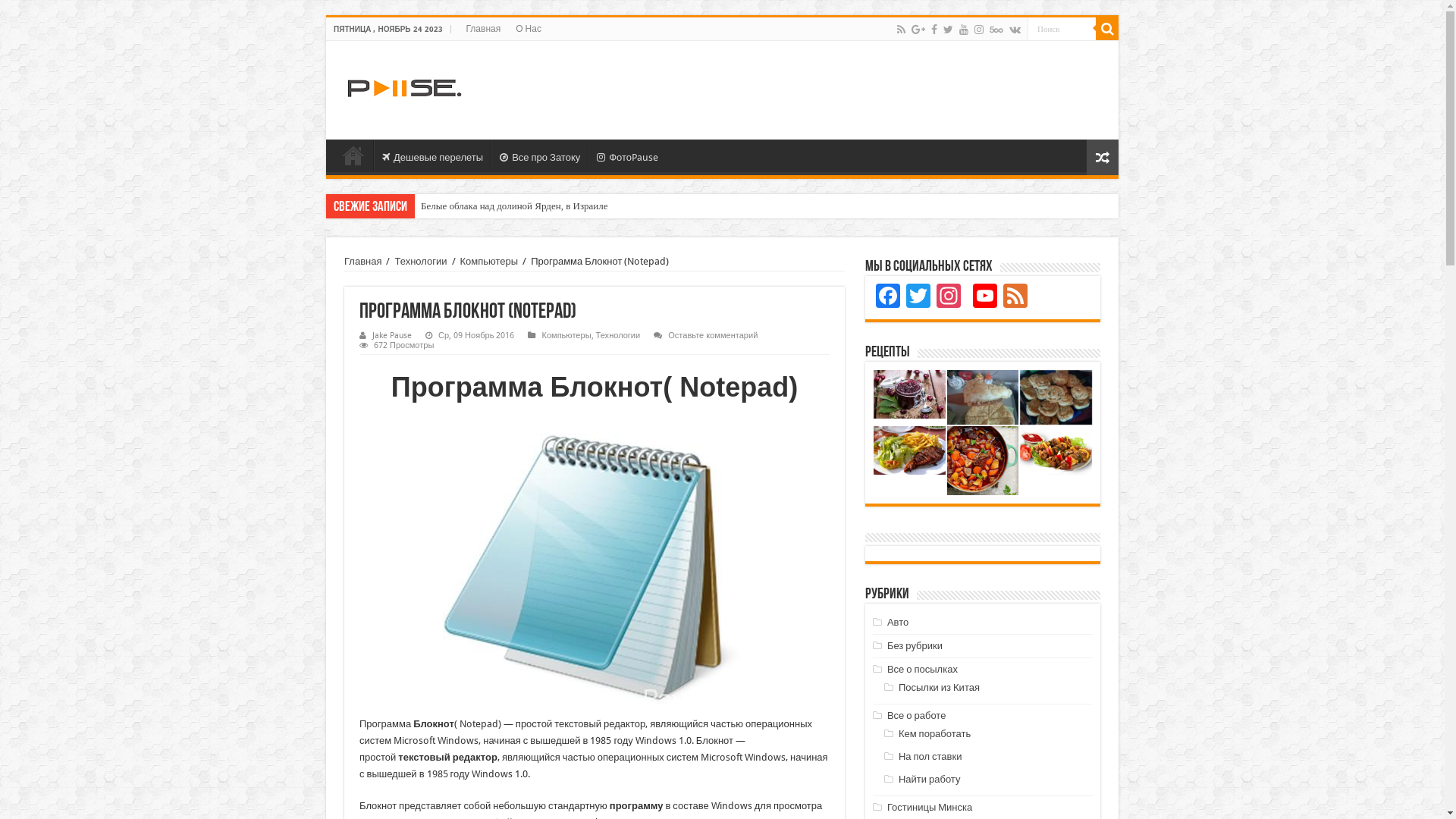 This screenshot has width=1456, height=819. What do you see at coordinates (392, 334) in the screenshot?
I see `'Jake Pause'` at bounding box center [392, 334].